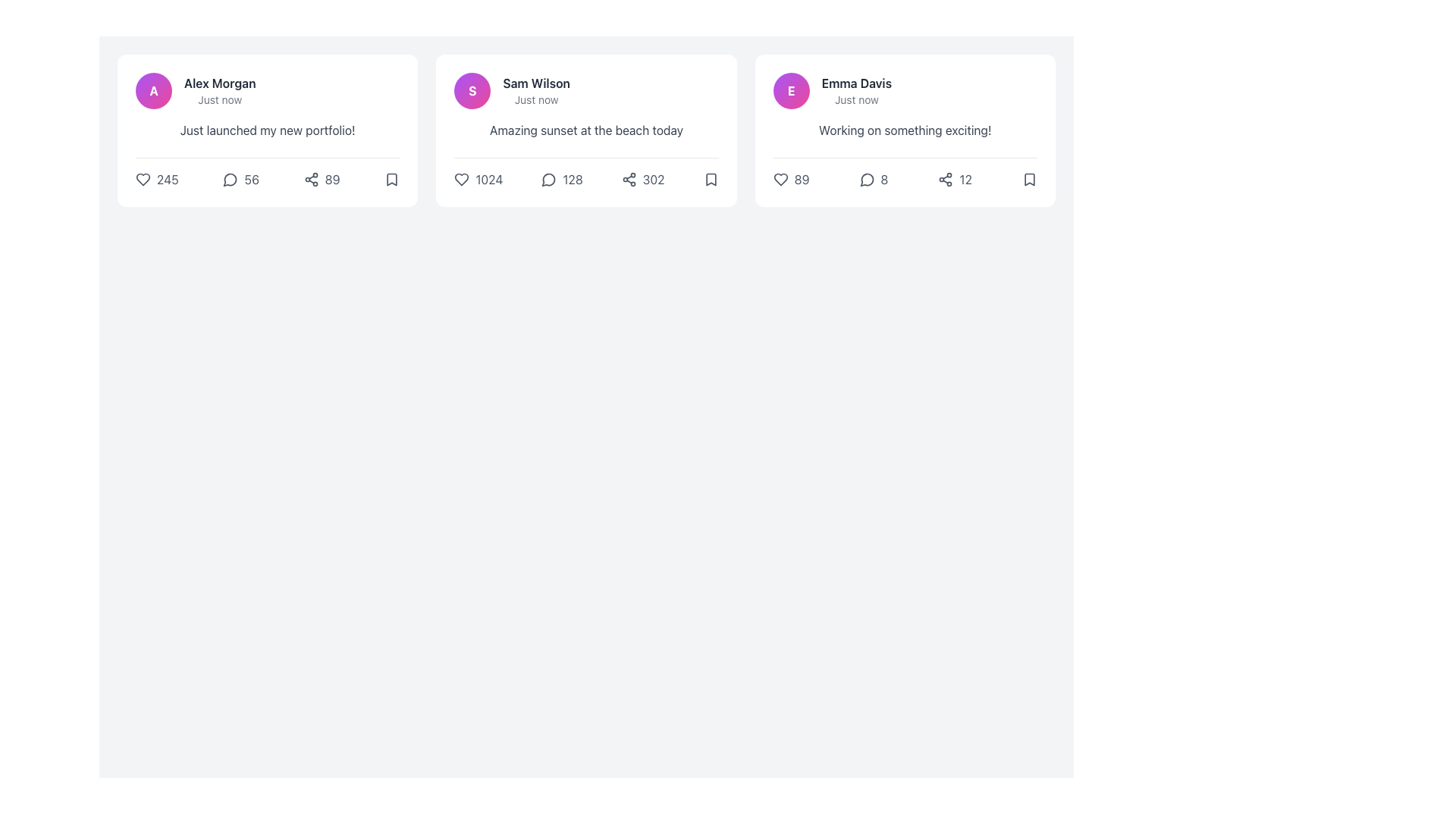 Image resolution: width=1456 pixels, height=819 pixels. What do you see at coordinates (585, 90) in the screenshot?
I see `the user's name 'Sam Wilson' or the circular avatar with the letter 'S'` at bounding box center [585, 90].